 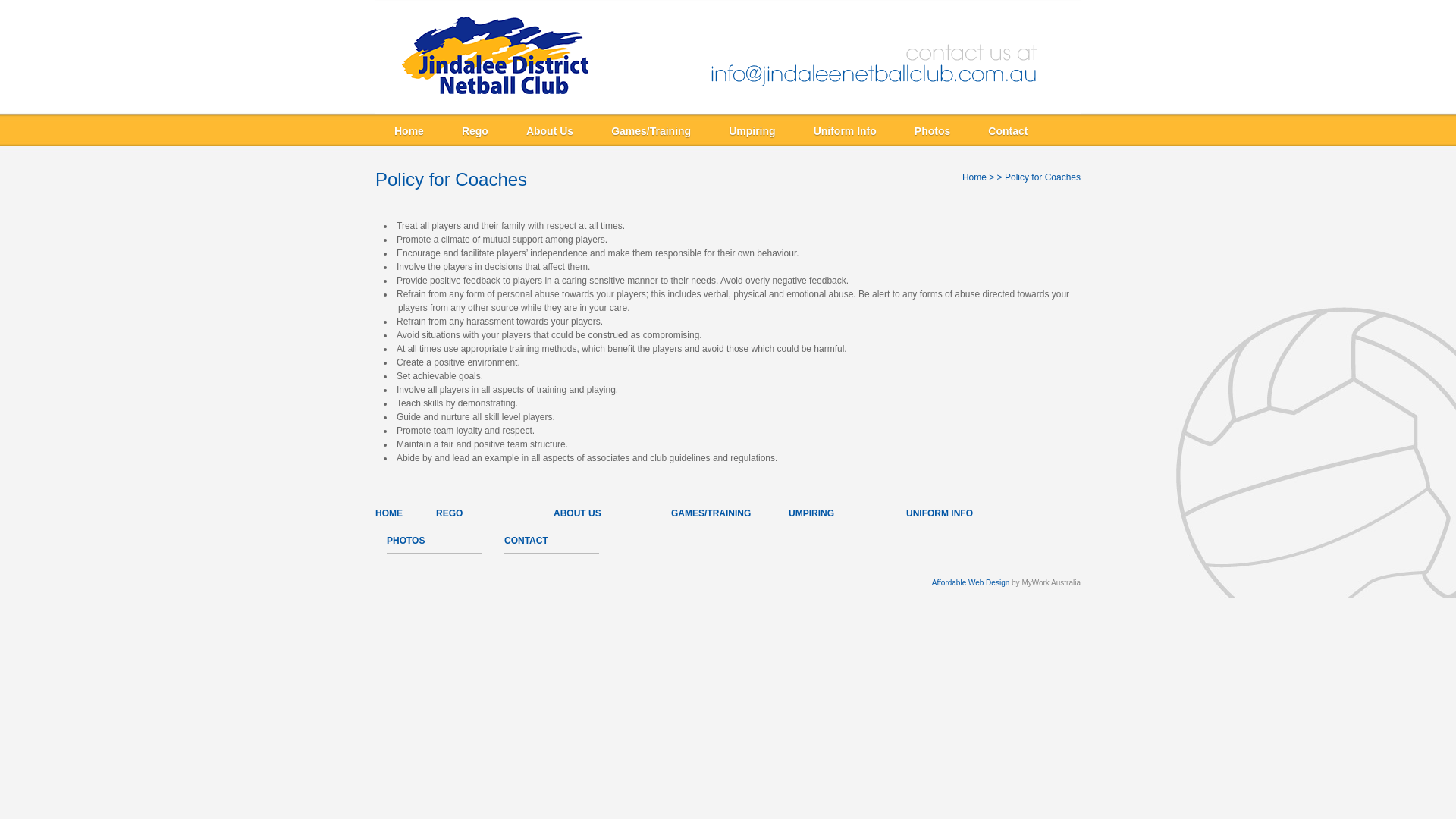 I want to click on 'Uniform Info', so click(x=844, y=130).